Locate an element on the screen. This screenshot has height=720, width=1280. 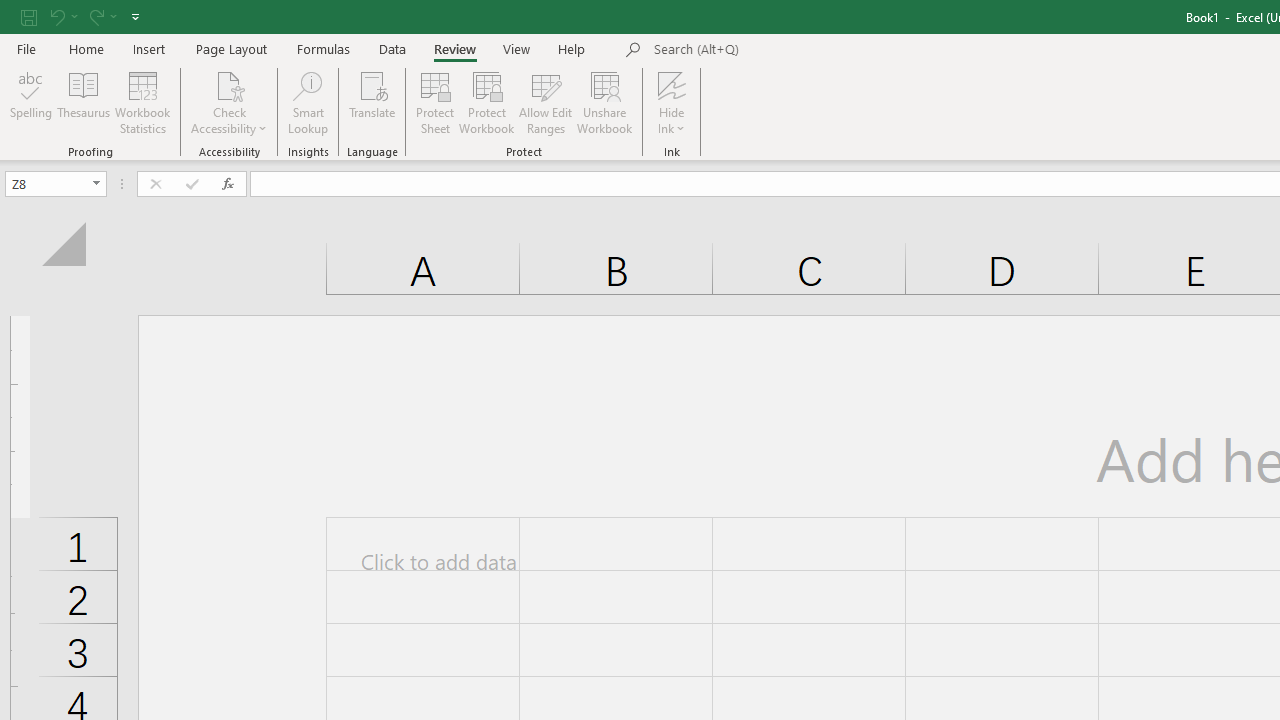
'Check Accessibility' is located at coordinates (229, 84).